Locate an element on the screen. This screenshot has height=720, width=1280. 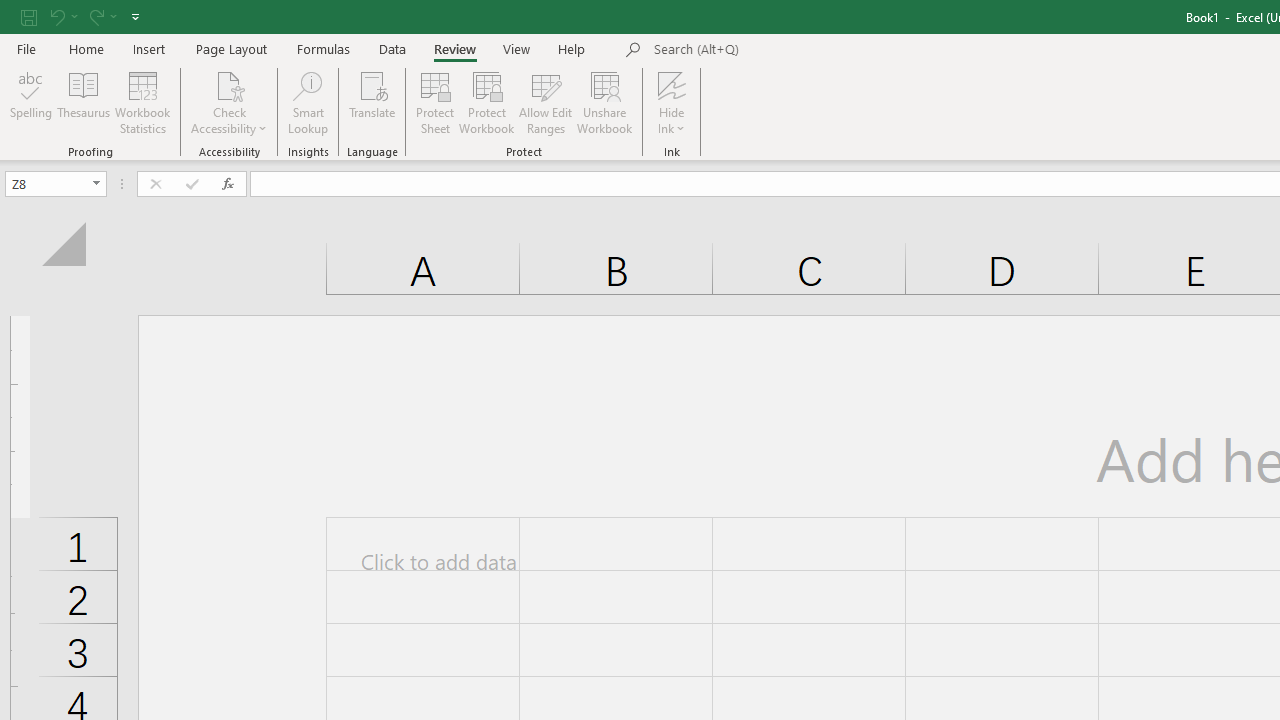
'Check Accessibility' is located at coordinates (229, 84).